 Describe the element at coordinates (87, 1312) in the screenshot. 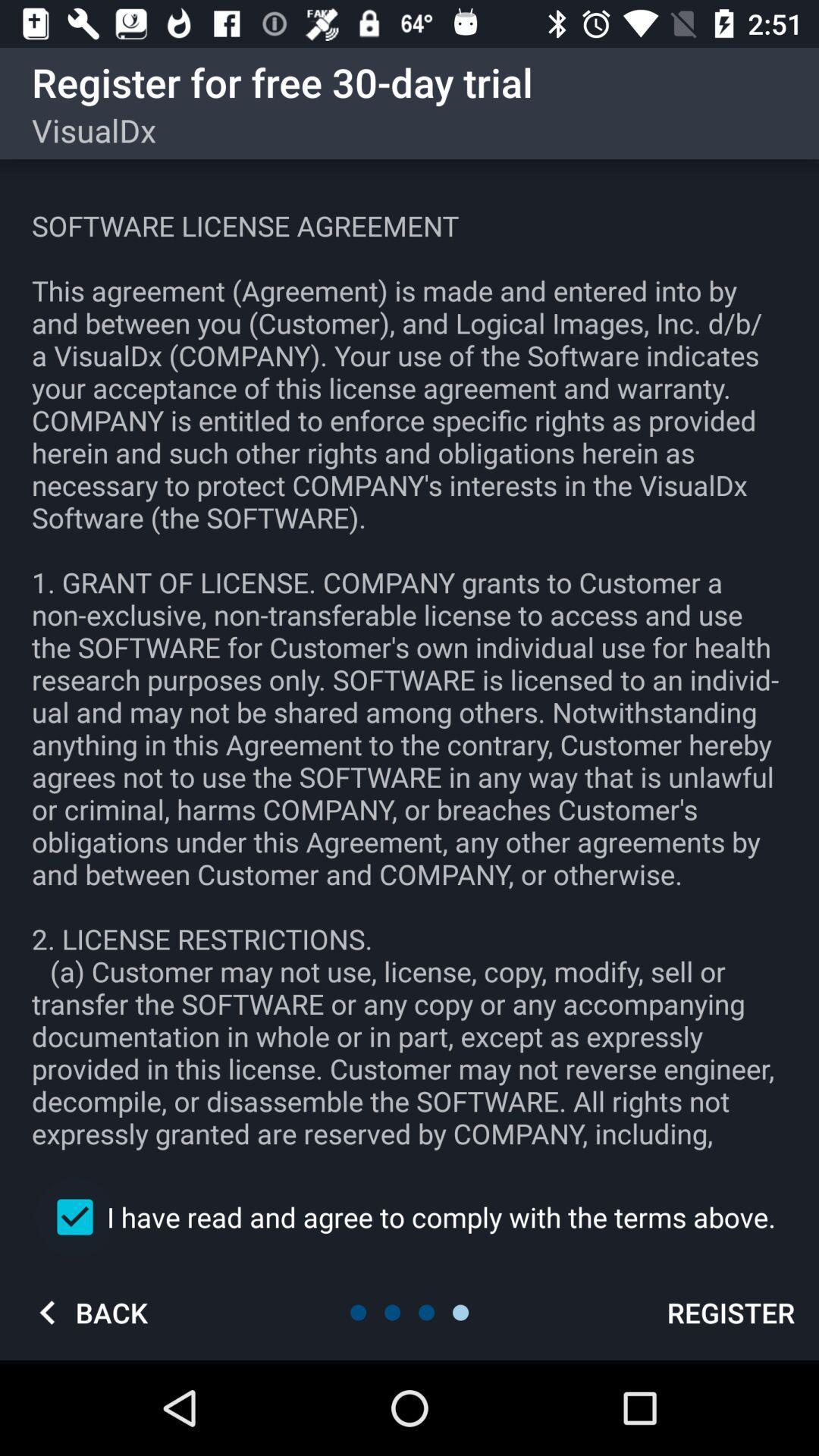

I see `back icon` at that location.